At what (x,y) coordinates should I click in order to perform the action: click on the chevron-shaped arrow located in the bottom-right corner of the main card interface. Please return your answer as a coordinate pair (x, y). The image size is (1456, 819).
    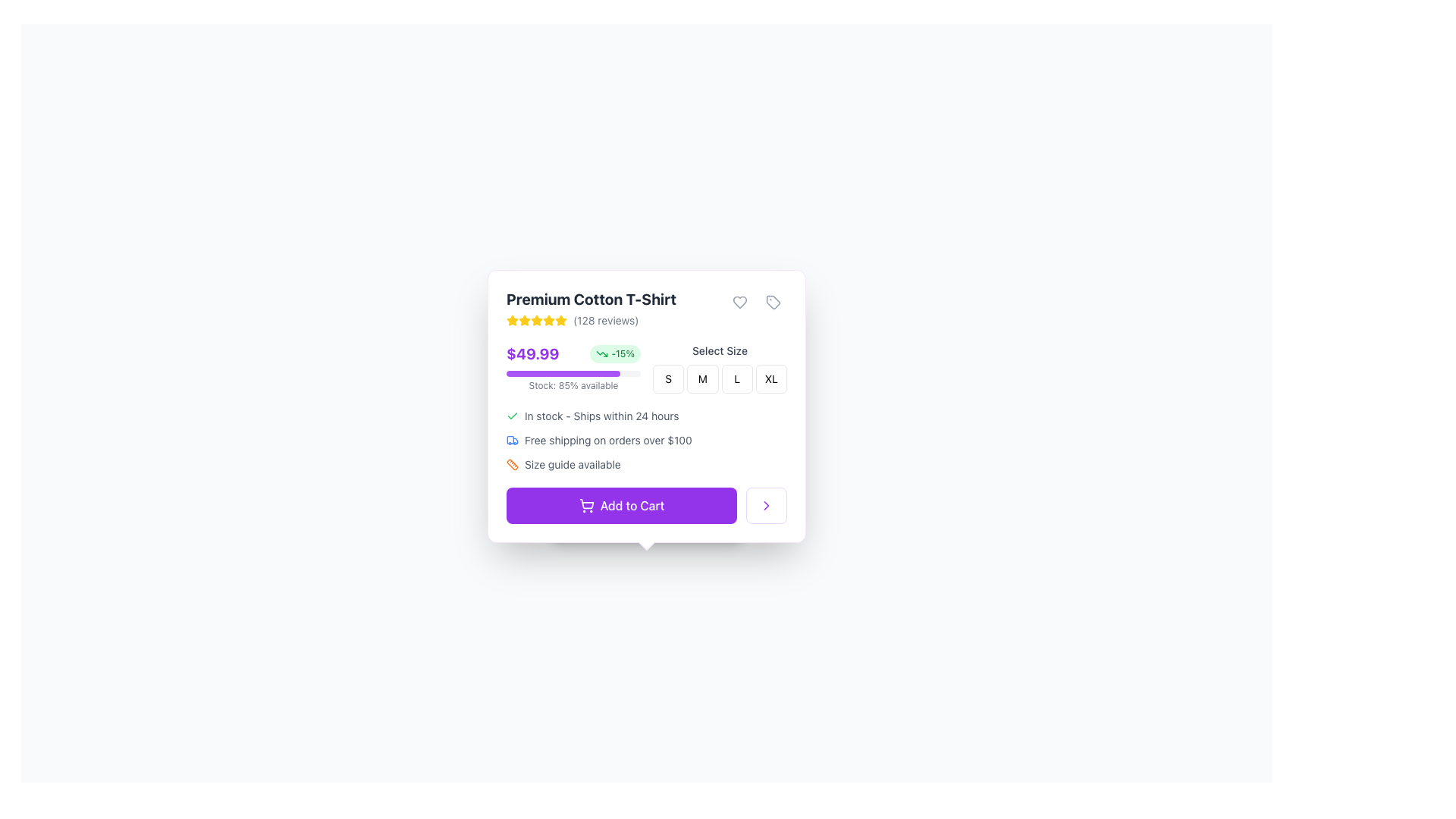
    Looking at the image, I should click on (767, 506).